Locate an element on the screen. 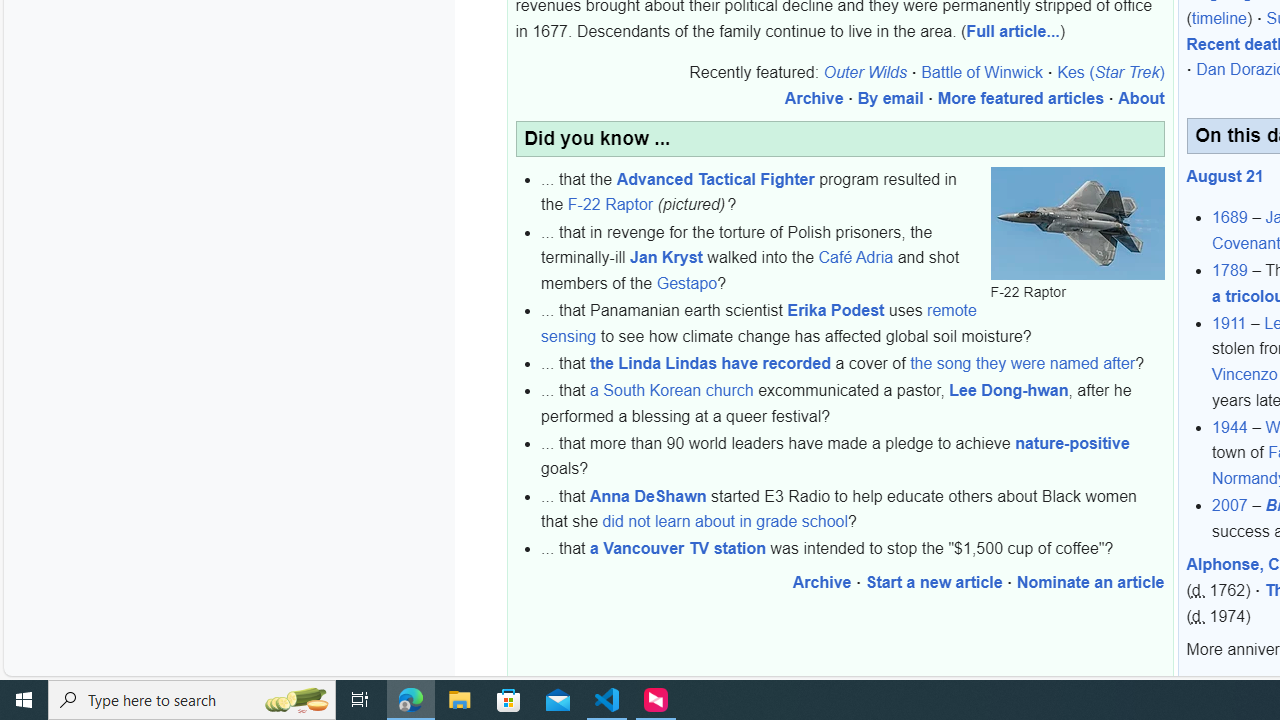  'a Vancouver TV station' is located at coordinates (678, 549).